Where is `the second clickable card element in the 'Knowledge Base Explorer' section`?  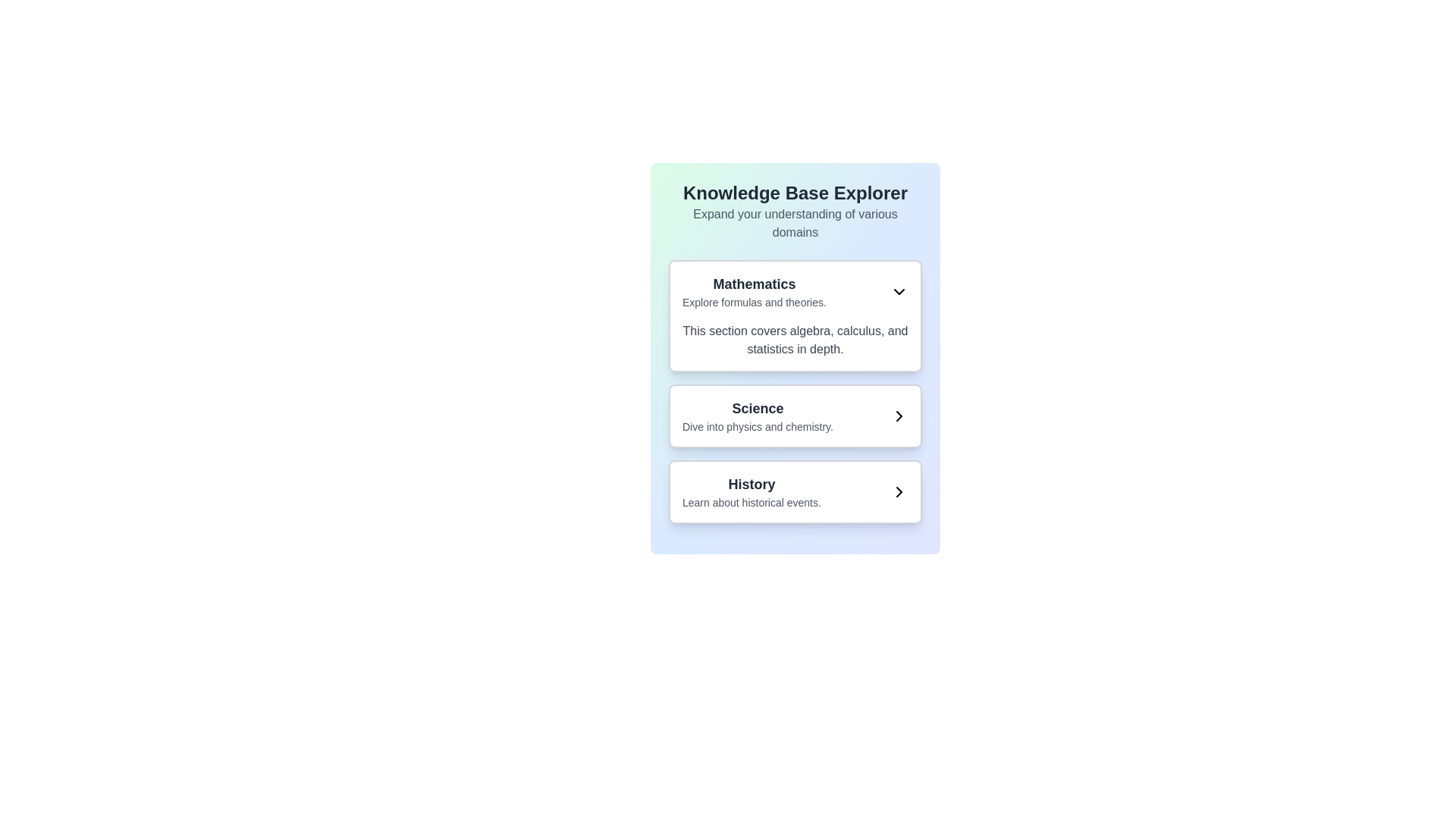
the second clickable card element in the 'Knowledge Base Explorer' section is located at coordinates (795, 416).